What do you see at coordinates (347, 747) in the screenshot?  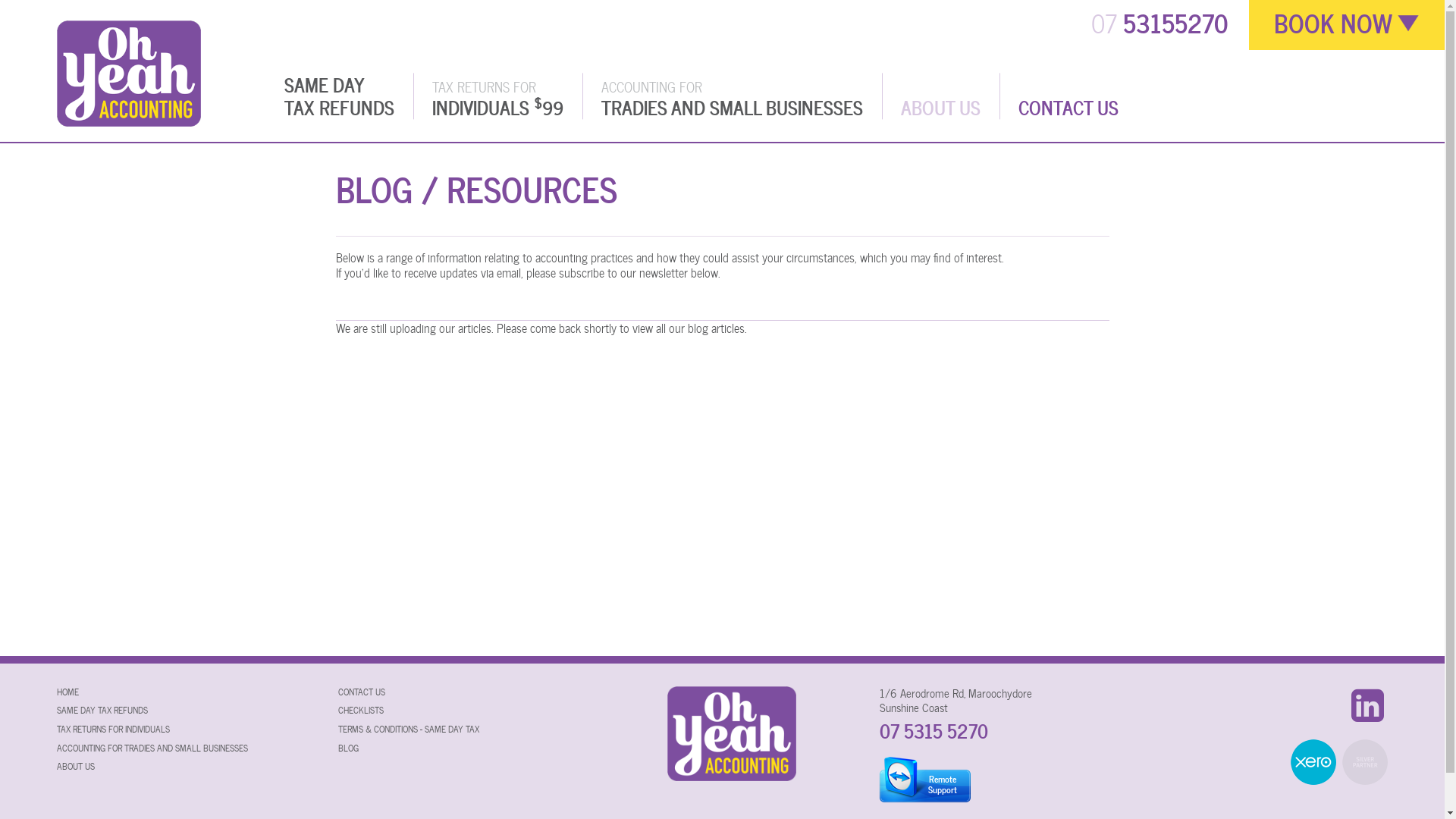 I see `'BLOG'` at bounding box center [347, 747].